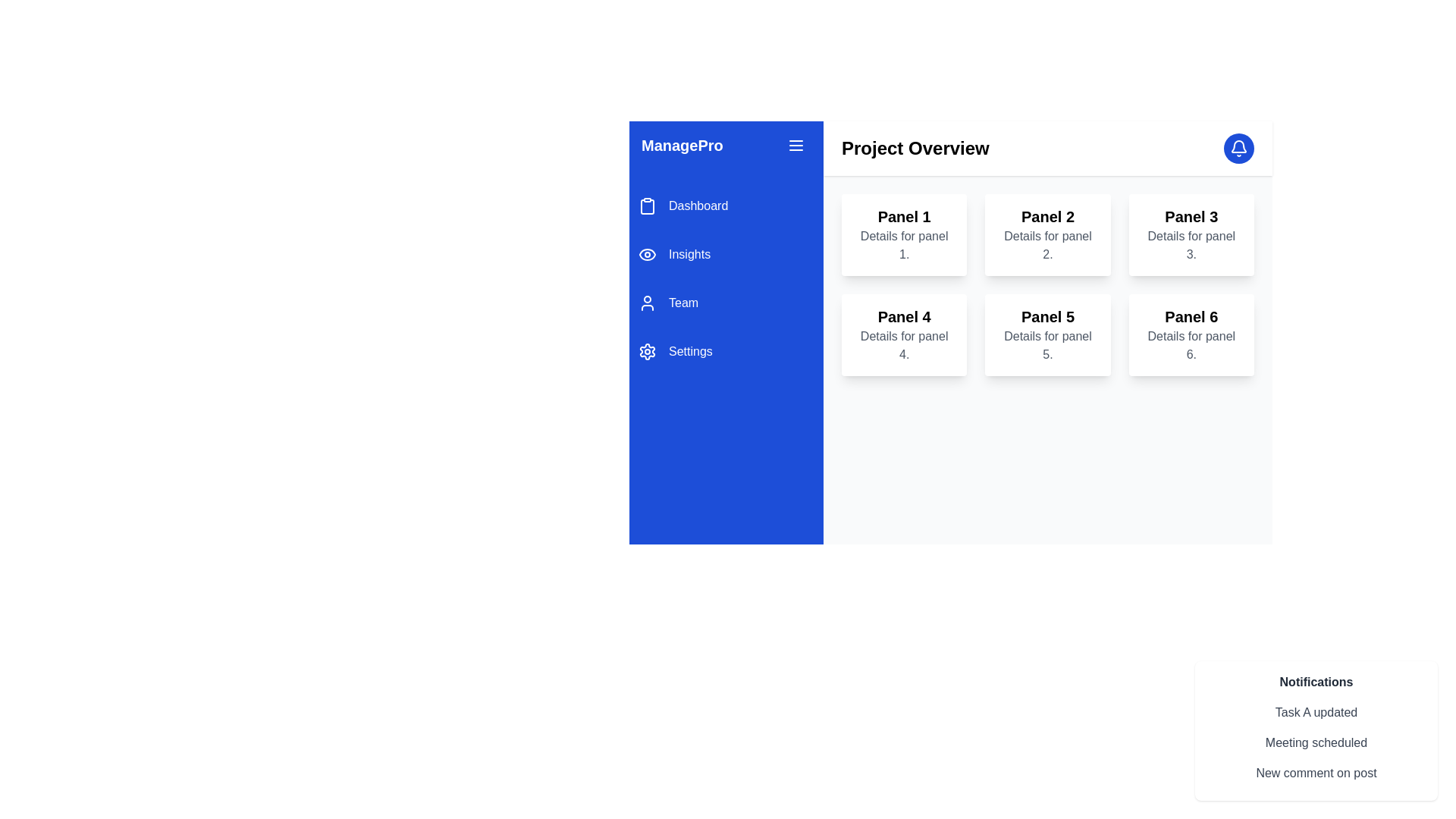 The image size is (1456, 819). Describe the element at coordinates (1238, 146) in the screenshot. I see `the blue bell icon located in the top-right area of the layout, which is part of an SVG icon set and represents a notification` at that location.